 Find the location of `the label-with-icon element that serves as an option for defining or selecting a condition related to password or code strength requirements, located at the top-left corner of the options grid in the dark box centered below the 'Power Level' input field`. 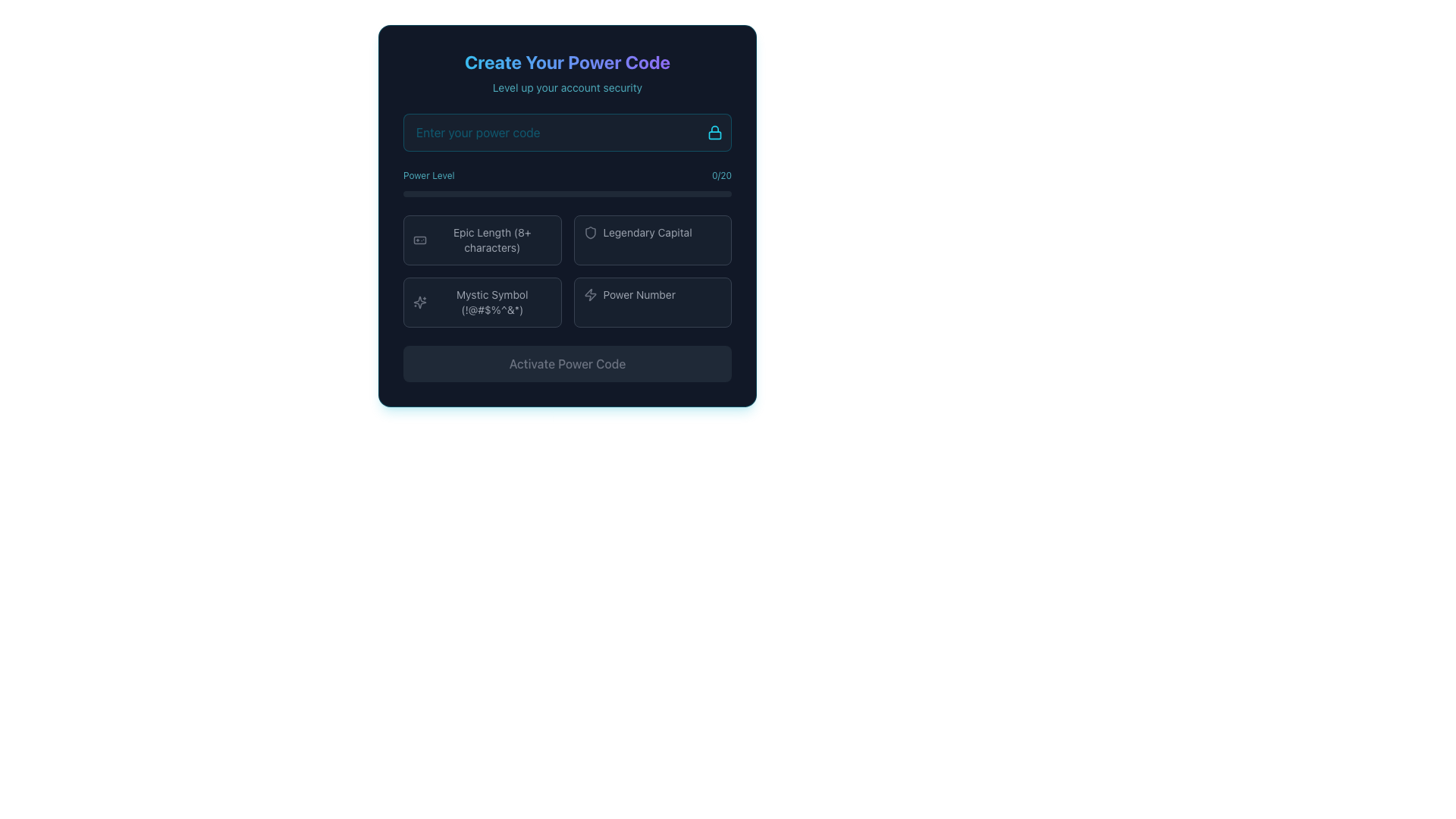

the label-with-icon element that serves as an option for defining or selecting a condition related to password or code strength requirements, located at the top-left corner of the options grid in the dark box centered below the 'Power Level' input field is located at coordinates (482, 239).